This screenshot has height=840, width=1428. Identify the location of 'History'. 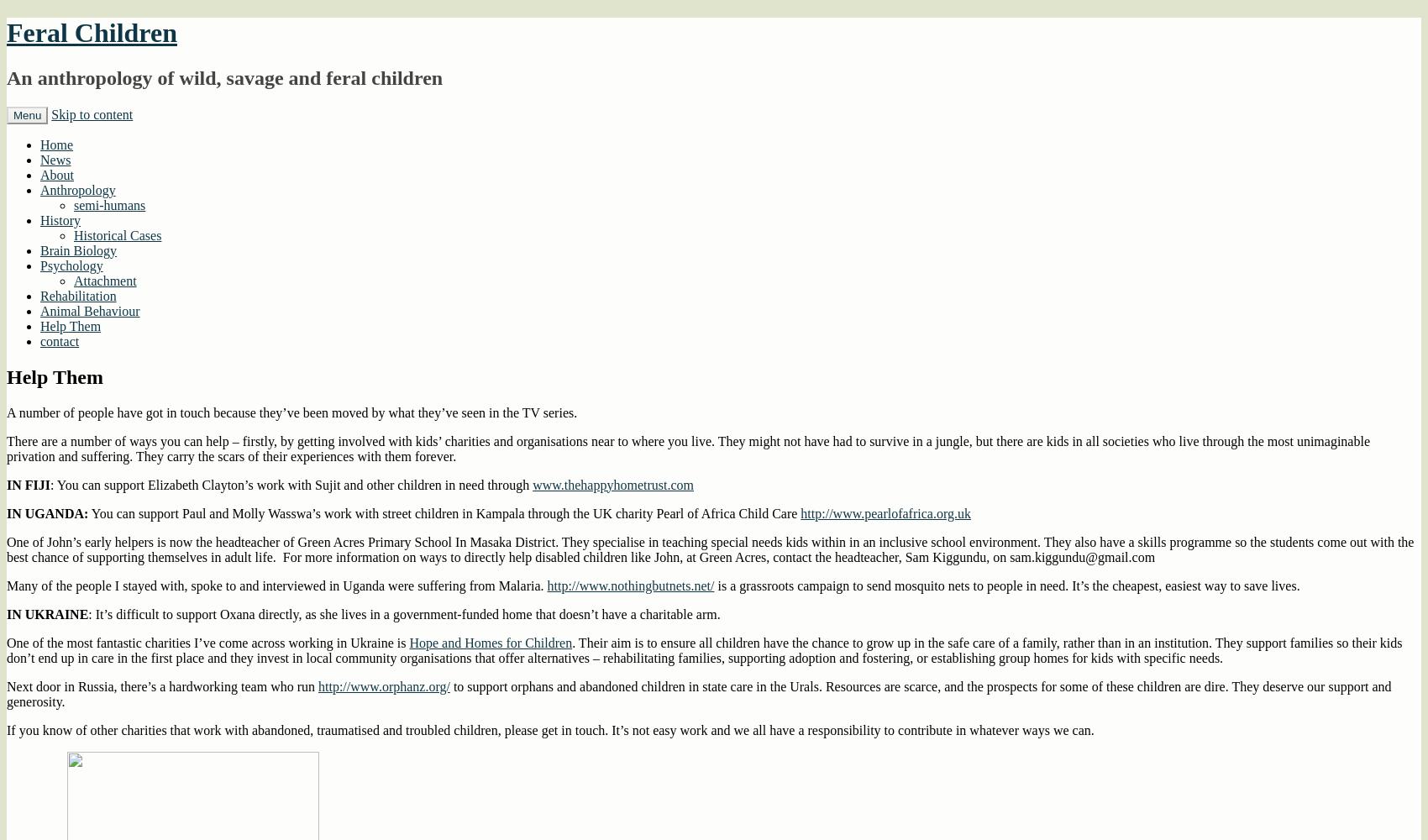
(60, 219).